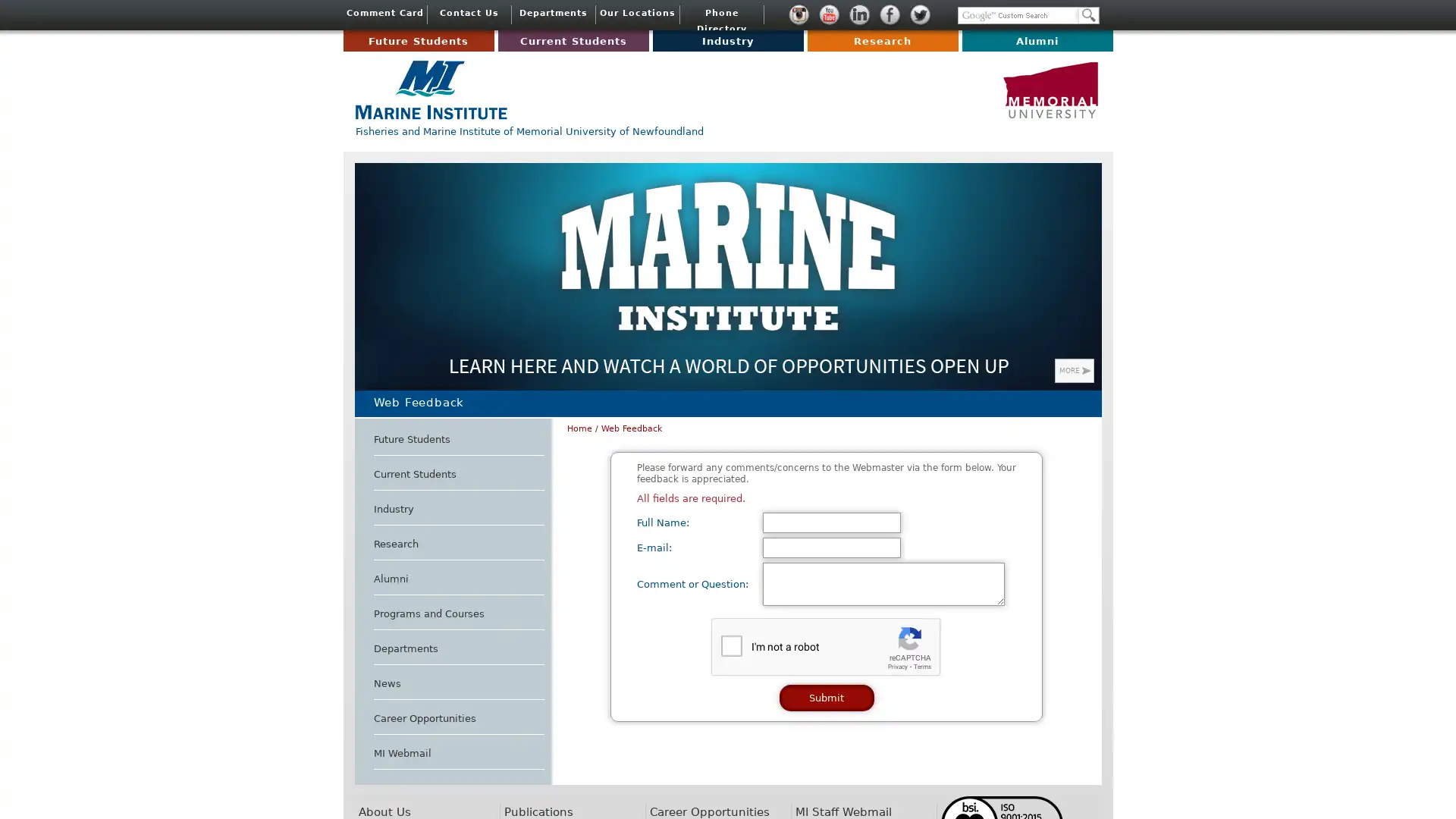 The width and height of the screenshot is (1456, 819). I want to click on Search, so click(1087, 15).